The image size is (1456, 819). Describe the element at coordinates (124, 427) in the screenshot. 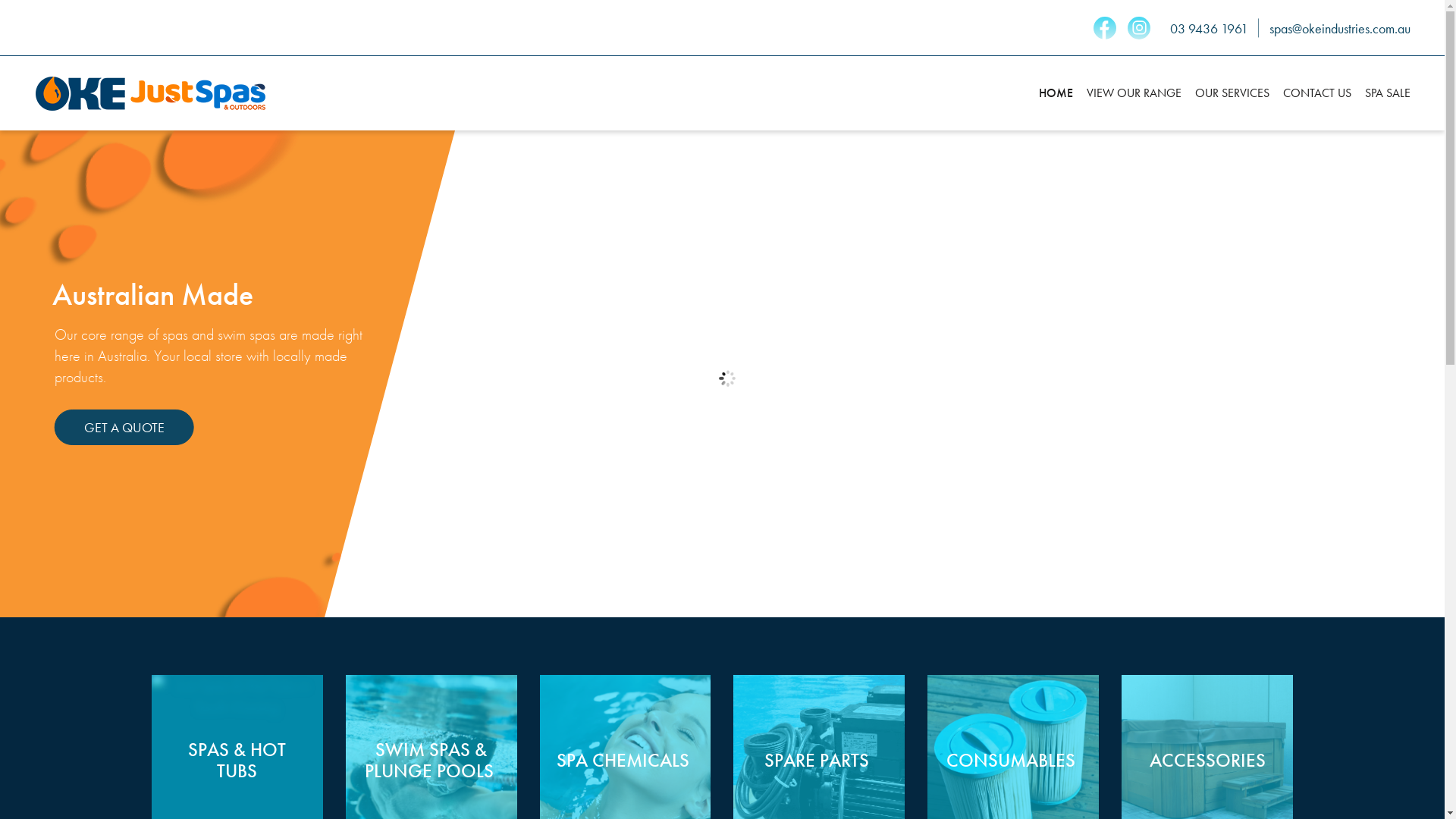

I see `'GET A QUOTE'` at that location.